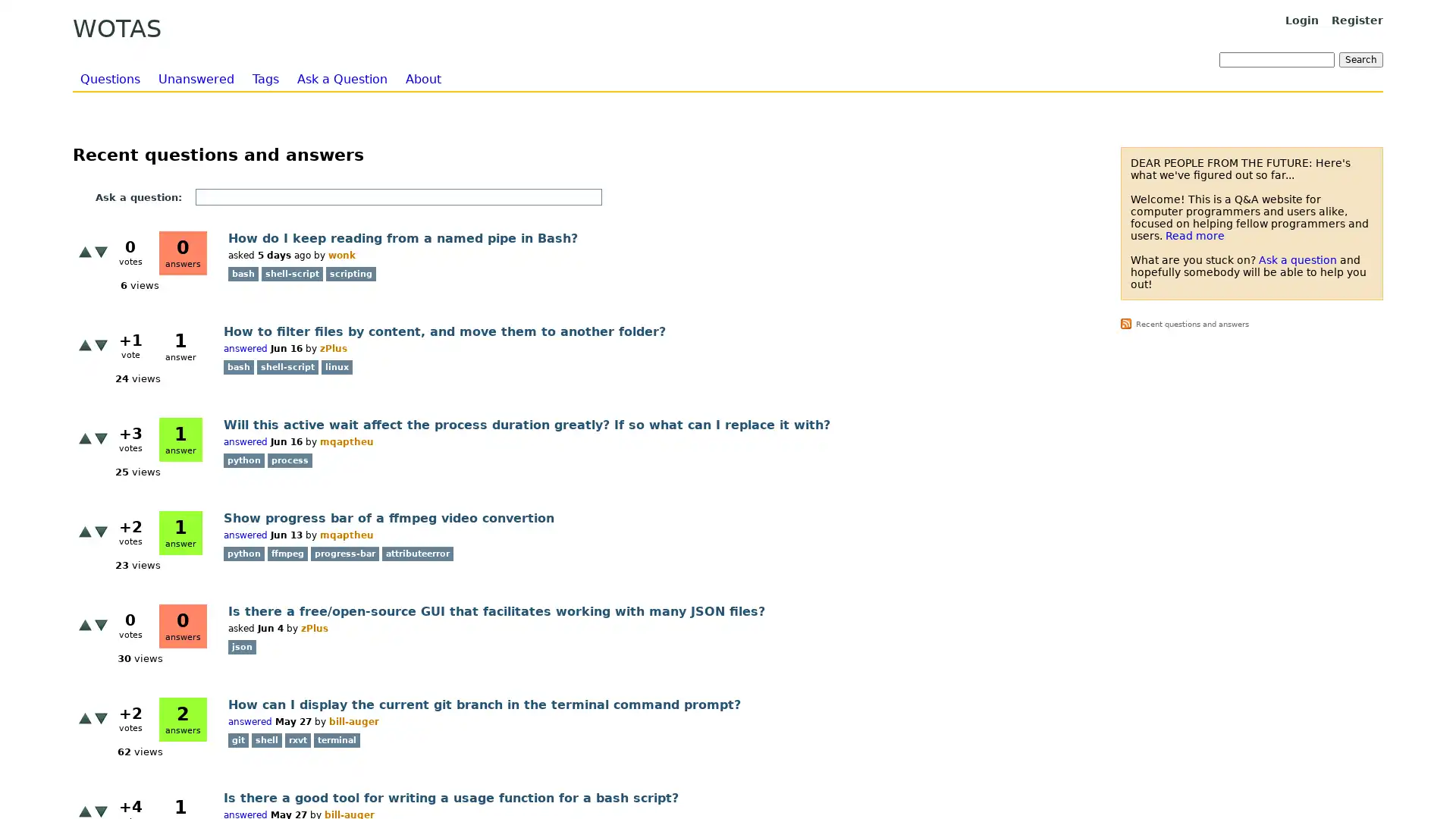 Image resolution: width=1456 pixels, height=819 pixels. What do you see at coordinates (1361, 58) in the screenshot?
I see `Search` at bounding box center [1361, 58].